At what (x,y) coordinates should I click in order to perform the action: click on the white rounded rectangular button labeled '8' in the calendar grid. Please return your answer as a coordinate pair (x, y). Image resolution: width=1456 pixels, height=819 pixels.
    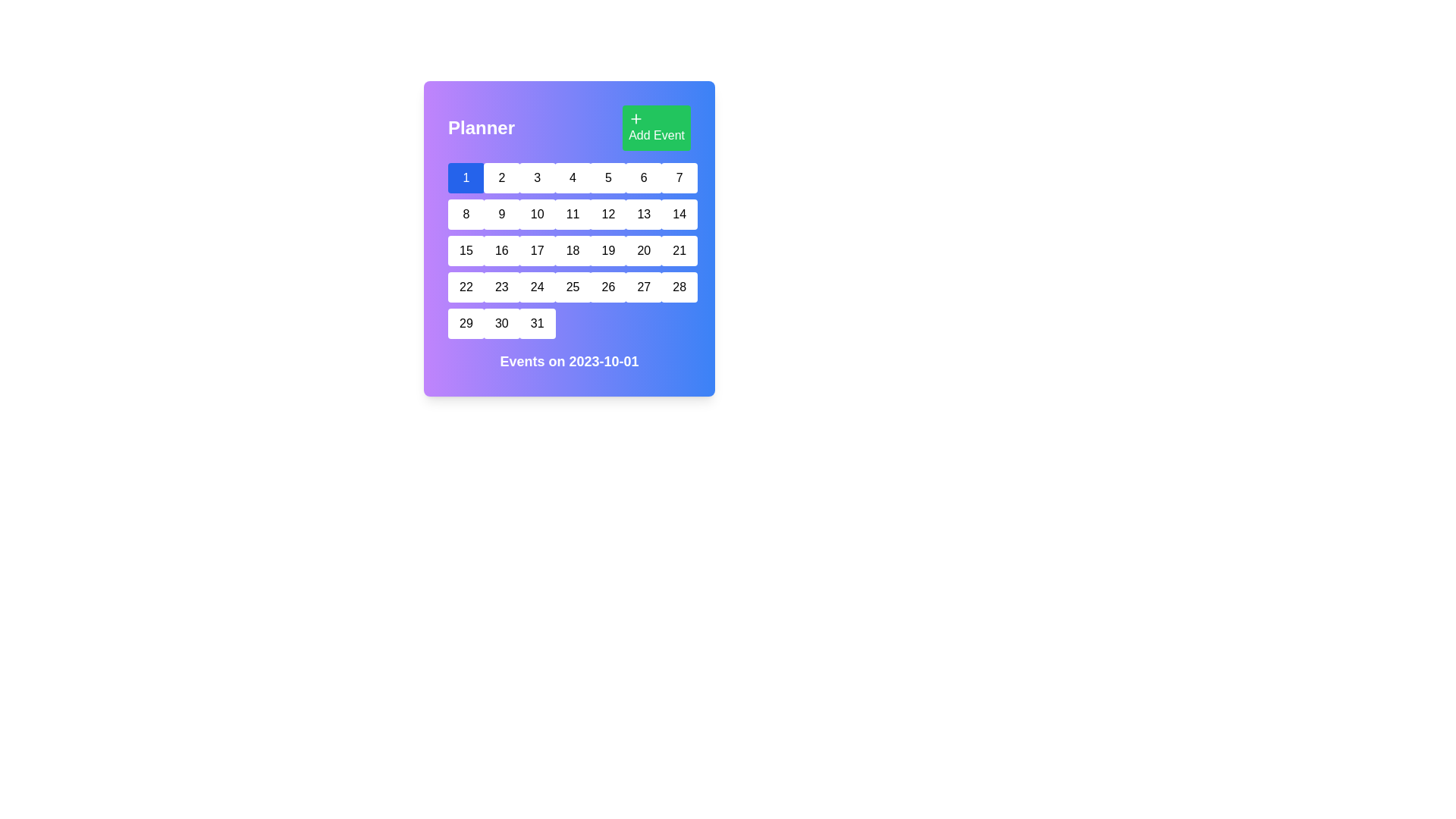
    Looking at the image, I should click on (465, 214).